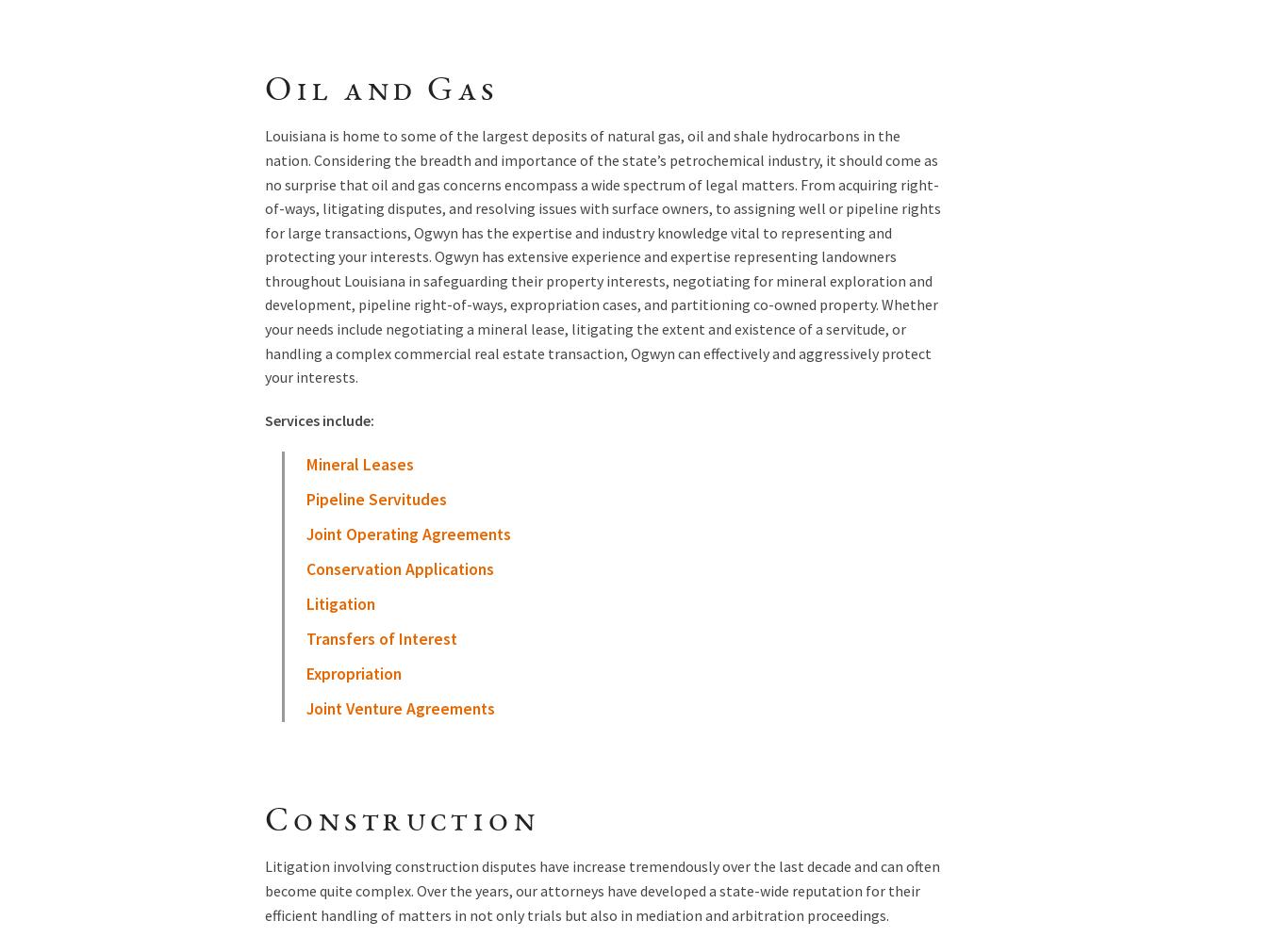  Describe the element at coordinates (339, 604) in the screenshot. I see `'Litigation'` at that location.